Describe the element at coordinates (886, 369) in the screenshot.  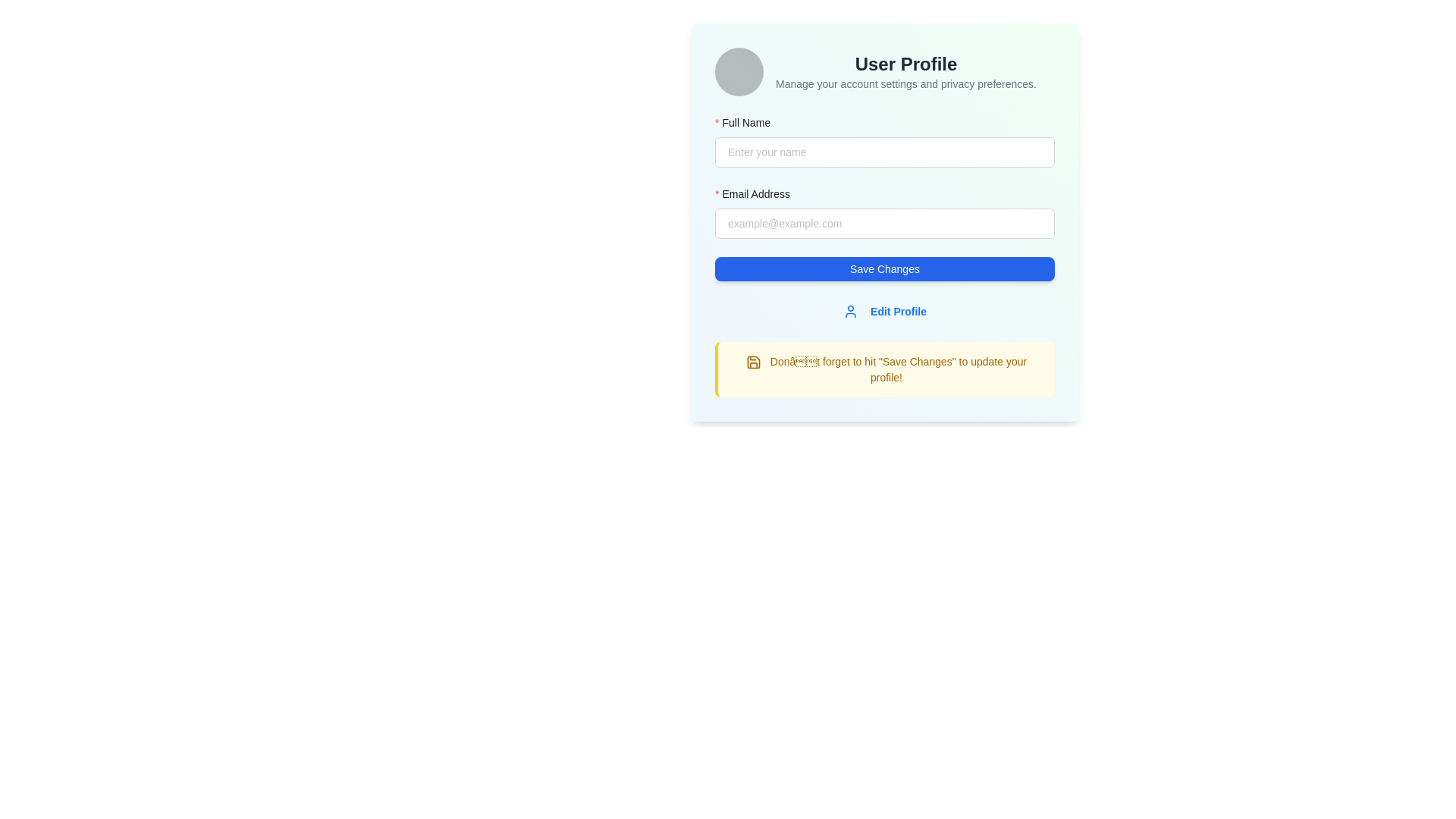
I see `informational message displayed in the yellow-colored text component that instructs users to 'Don’t forget to hit "Save Changes" to update your profile!'` at that location.